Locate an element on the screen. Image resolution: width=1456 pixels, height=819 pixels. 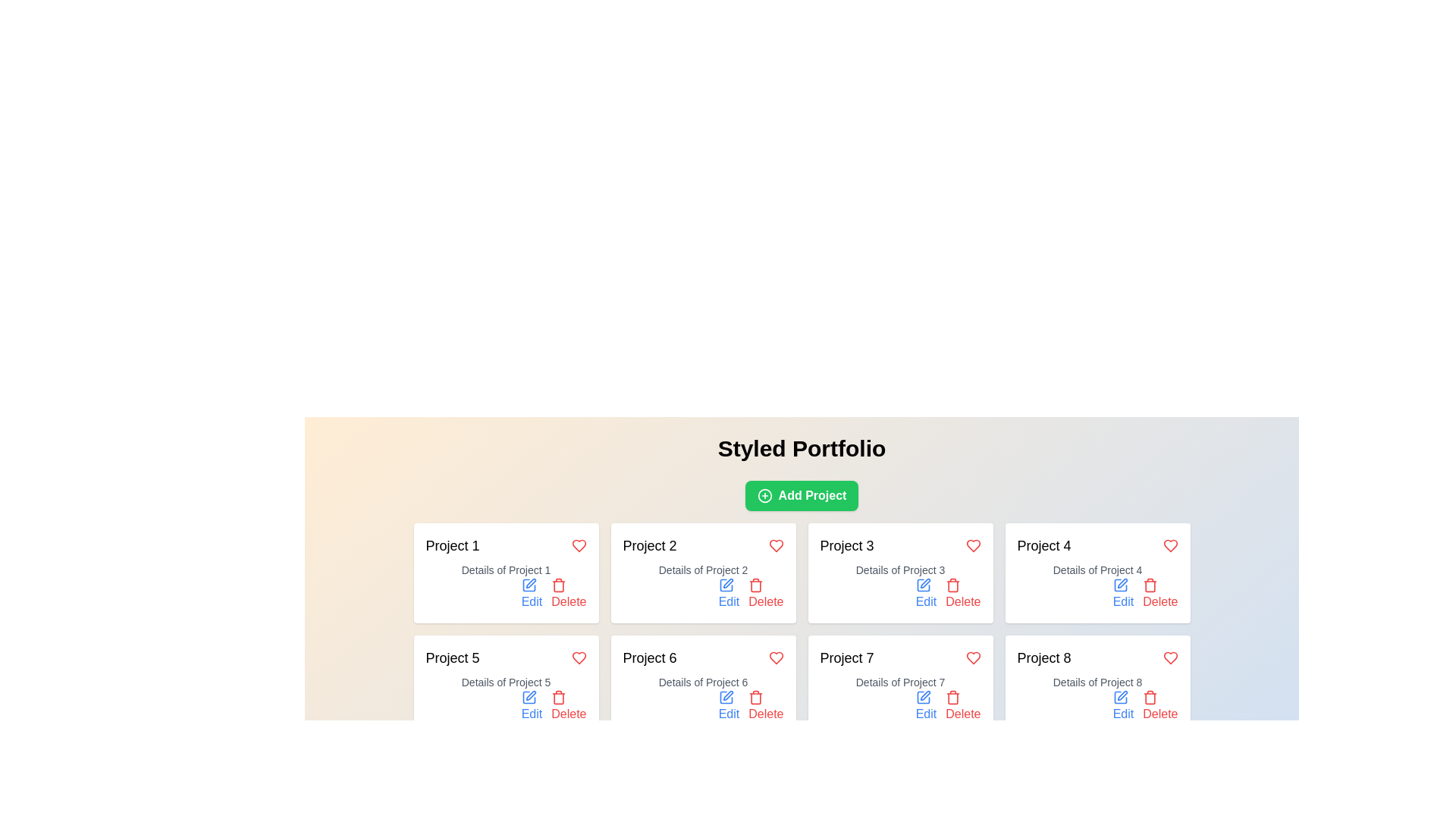
the heart-shaped interactive icon located at the far right of 'Project 5' to mark or unmark the project as a favorite is located at coordinates (578, 657).